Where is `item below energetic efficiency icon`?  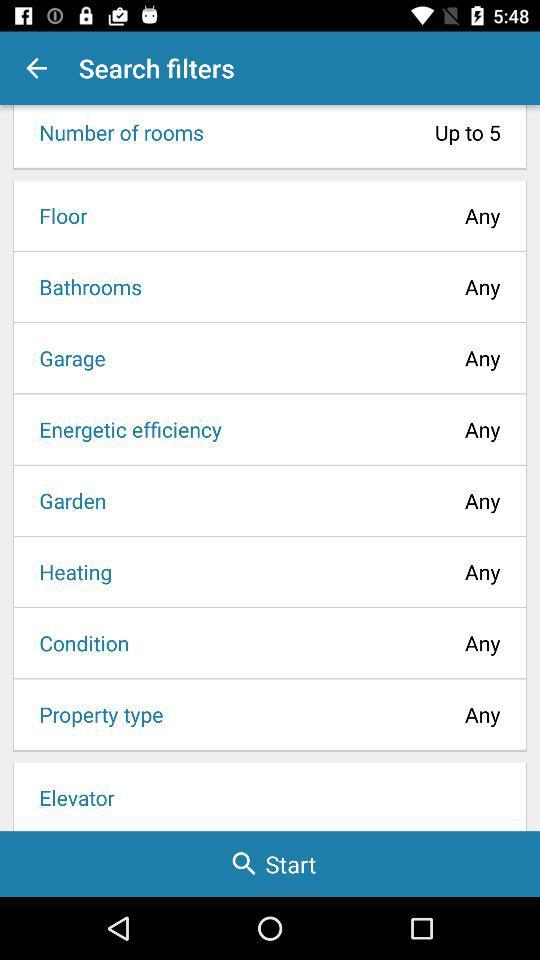
item below energetic efficiency icon is located at coordinates (66, 499).